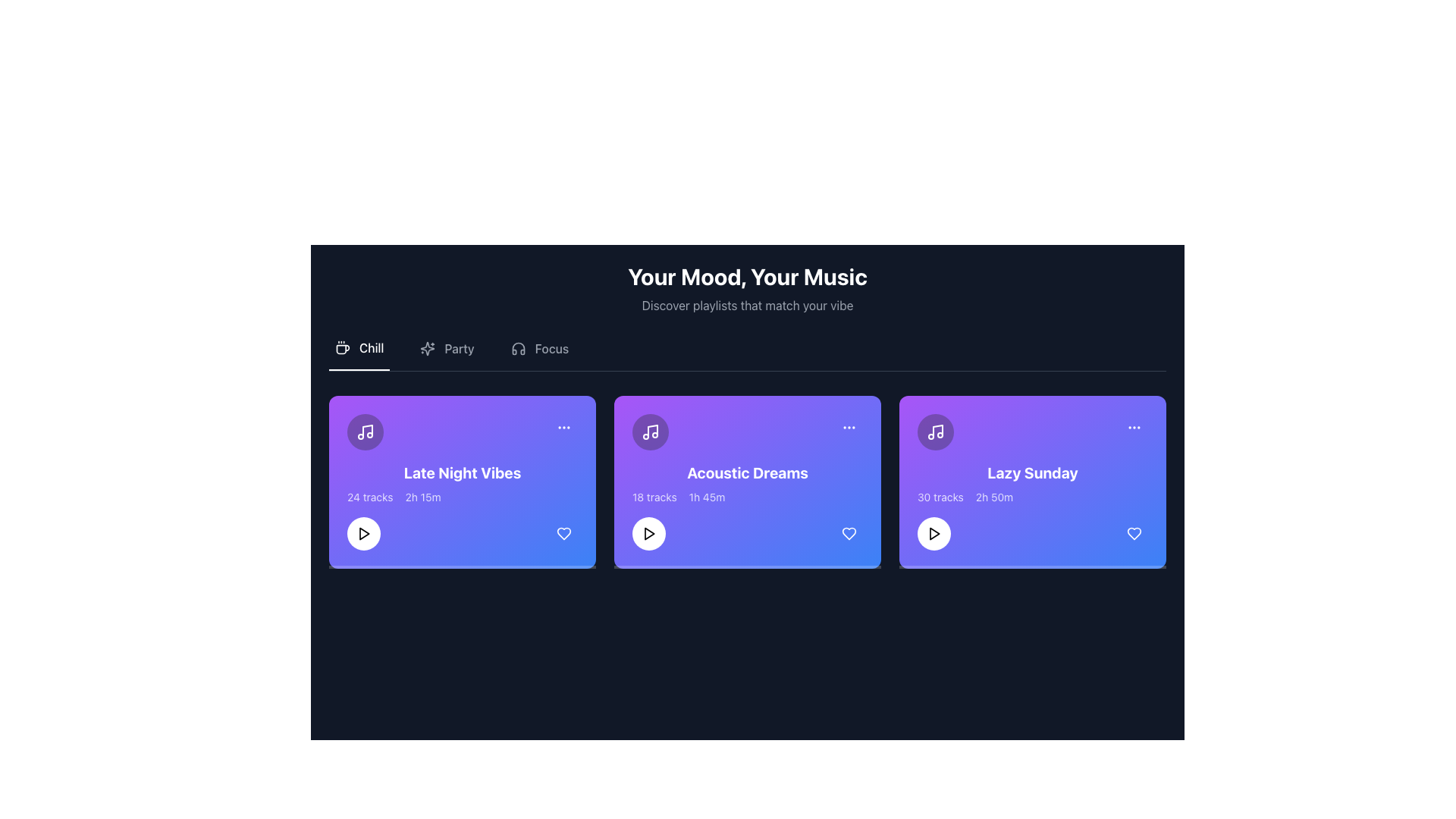 This screenshot has height=819, width=1456. Describe the element at coordinates (461, 567) in the screenshot. I see `the progress indicator located at the bottom of the 'Late Night Vibes' card, which is the first card in a horizontally aligned group of cards` at that location.